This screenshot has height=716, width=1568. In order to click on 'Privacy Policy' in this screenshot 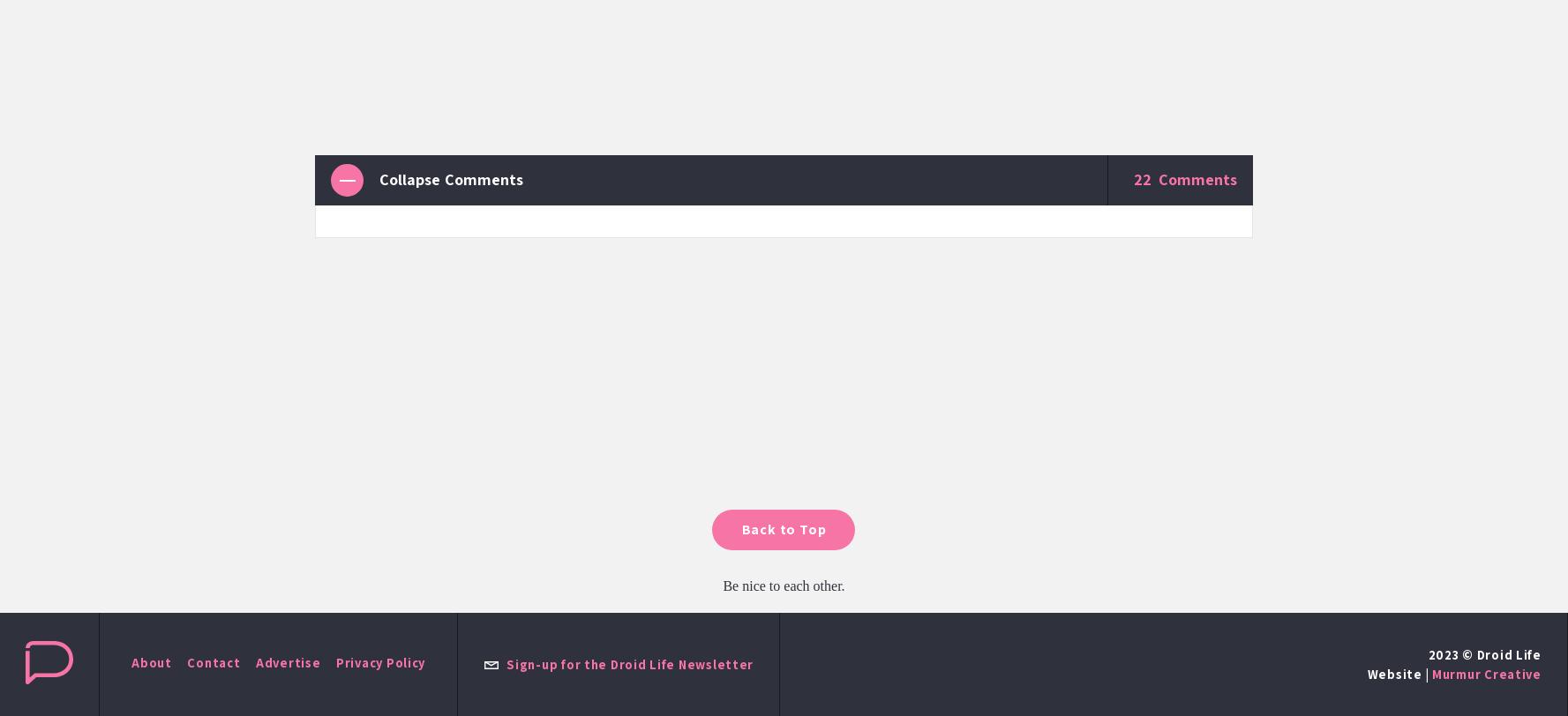, I will do `click(379, 662)`.